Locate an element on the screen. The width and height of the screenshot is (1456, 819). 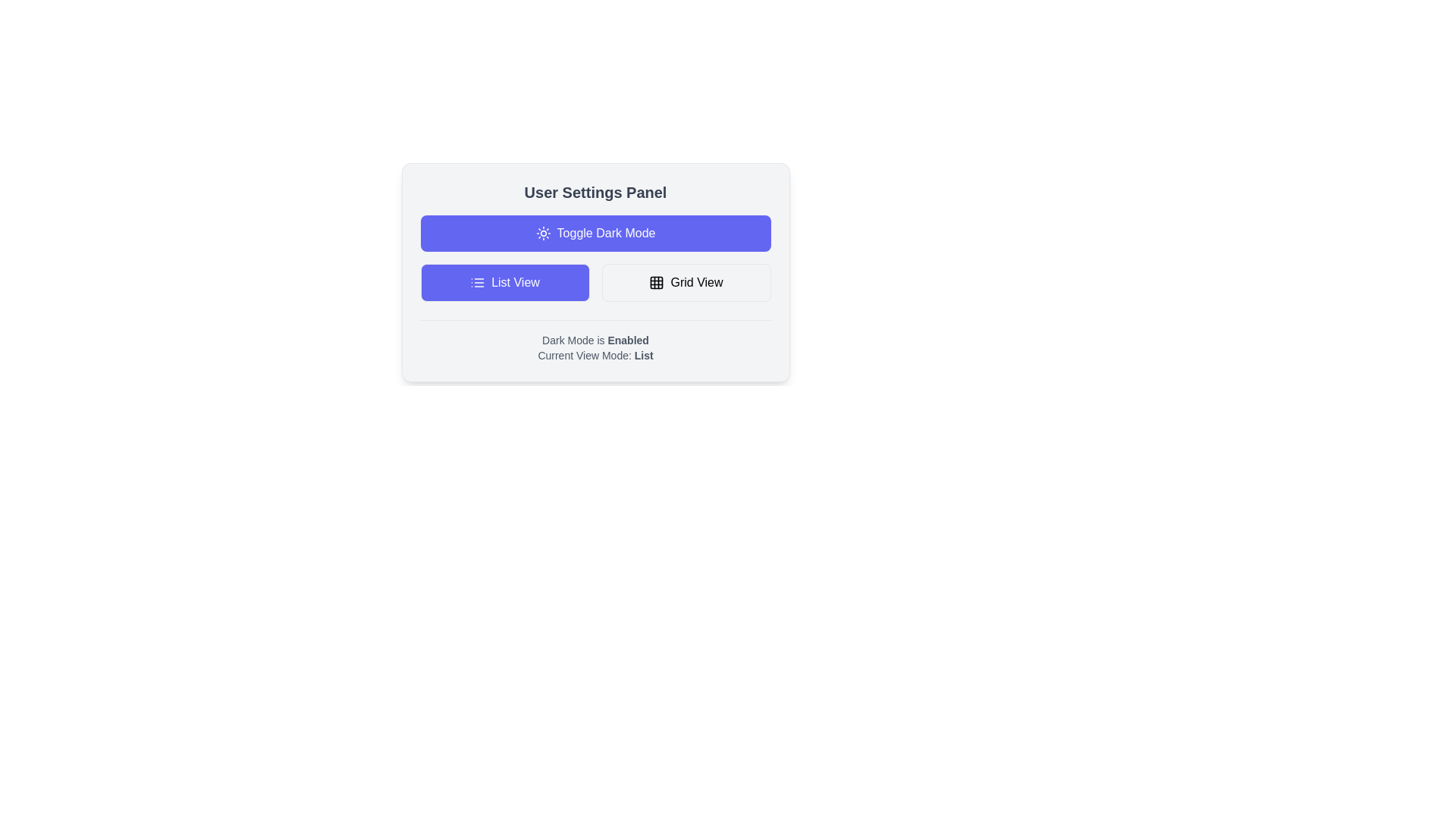
the 'Grid View' icon located to the left of the text 'Grid View' in the settings panel, which enhances user recognition of the button's functionality is located at coordinates (657, 283).